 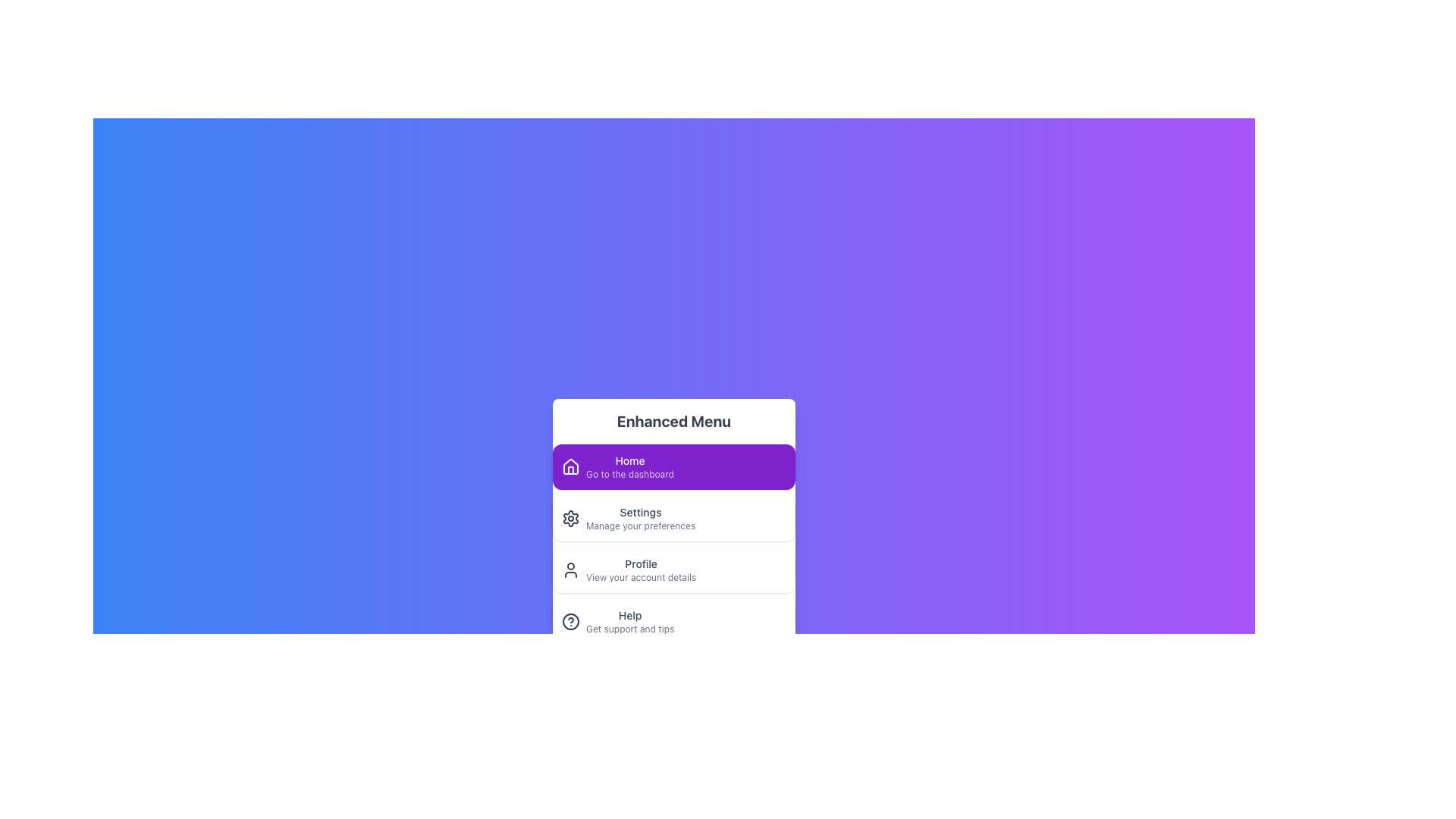 I want to click on the text label that describes the 'Profile' section, positioned as the second line under 'Profile' in the menu panel, so click(x=641, y=578).